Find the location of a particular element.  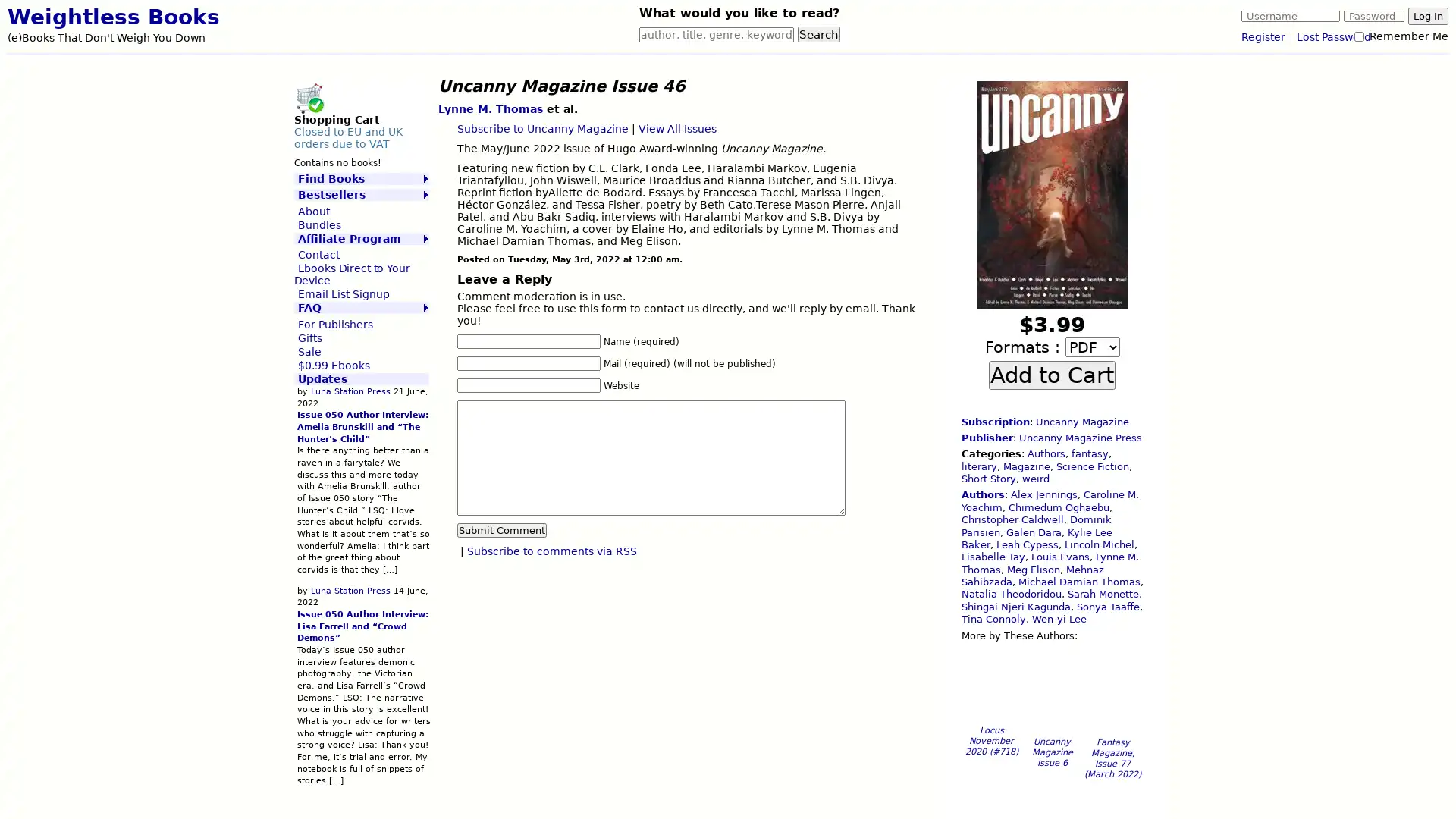

Submit Comment is located at coordinates (501, 529).